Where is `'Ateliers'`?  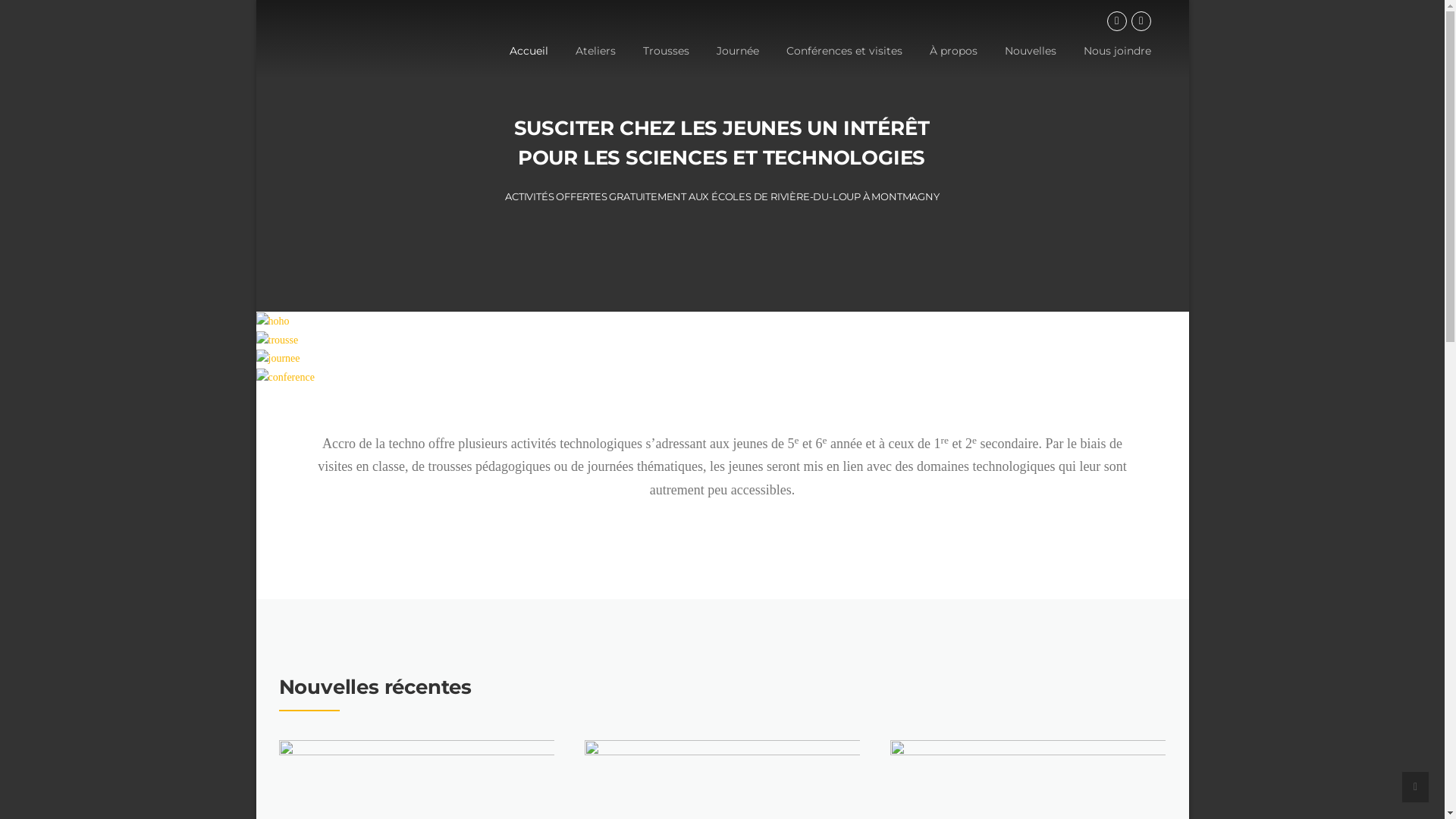 'Ateliers' is located at coordinates (594, 62).